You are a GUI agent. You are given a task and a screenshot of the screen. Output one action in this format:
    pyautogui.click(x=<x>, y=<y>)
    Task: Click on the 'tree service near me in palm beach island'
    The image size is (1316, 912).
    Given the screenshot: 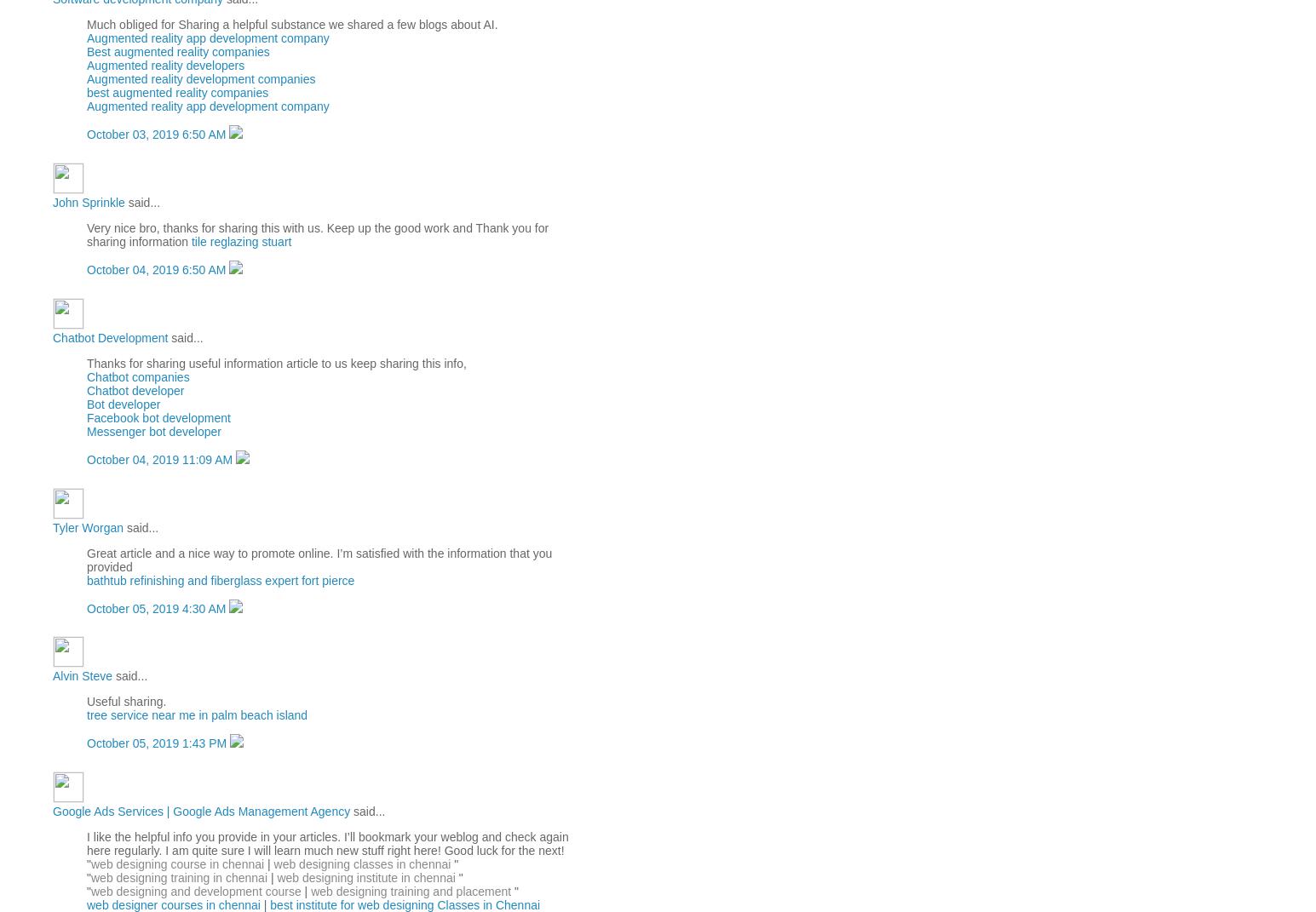 What is the action you would take?
    pyautogui.click(x=197, y=714)
    